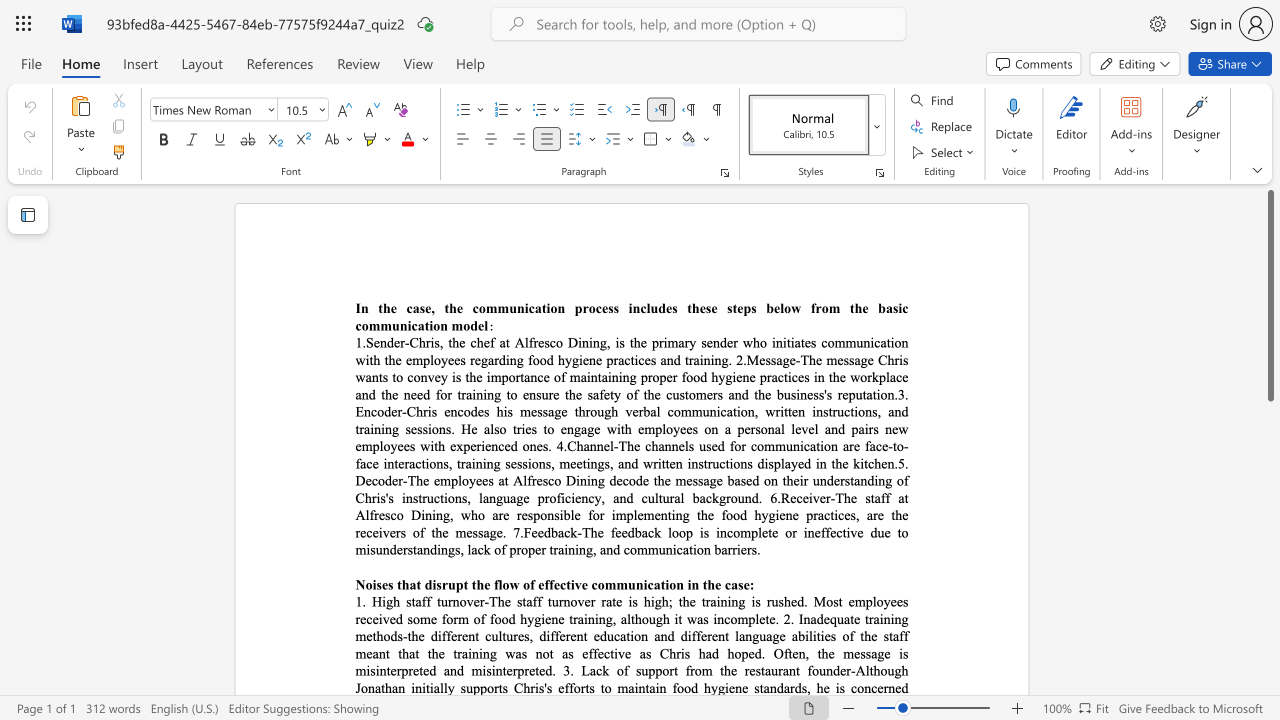 Image resolution: width=1280 pixels, height=720 pixels. Describe the element at coordinates (436, 480) in the screenshot. I see `the 64th character "e" in the text` at that location.